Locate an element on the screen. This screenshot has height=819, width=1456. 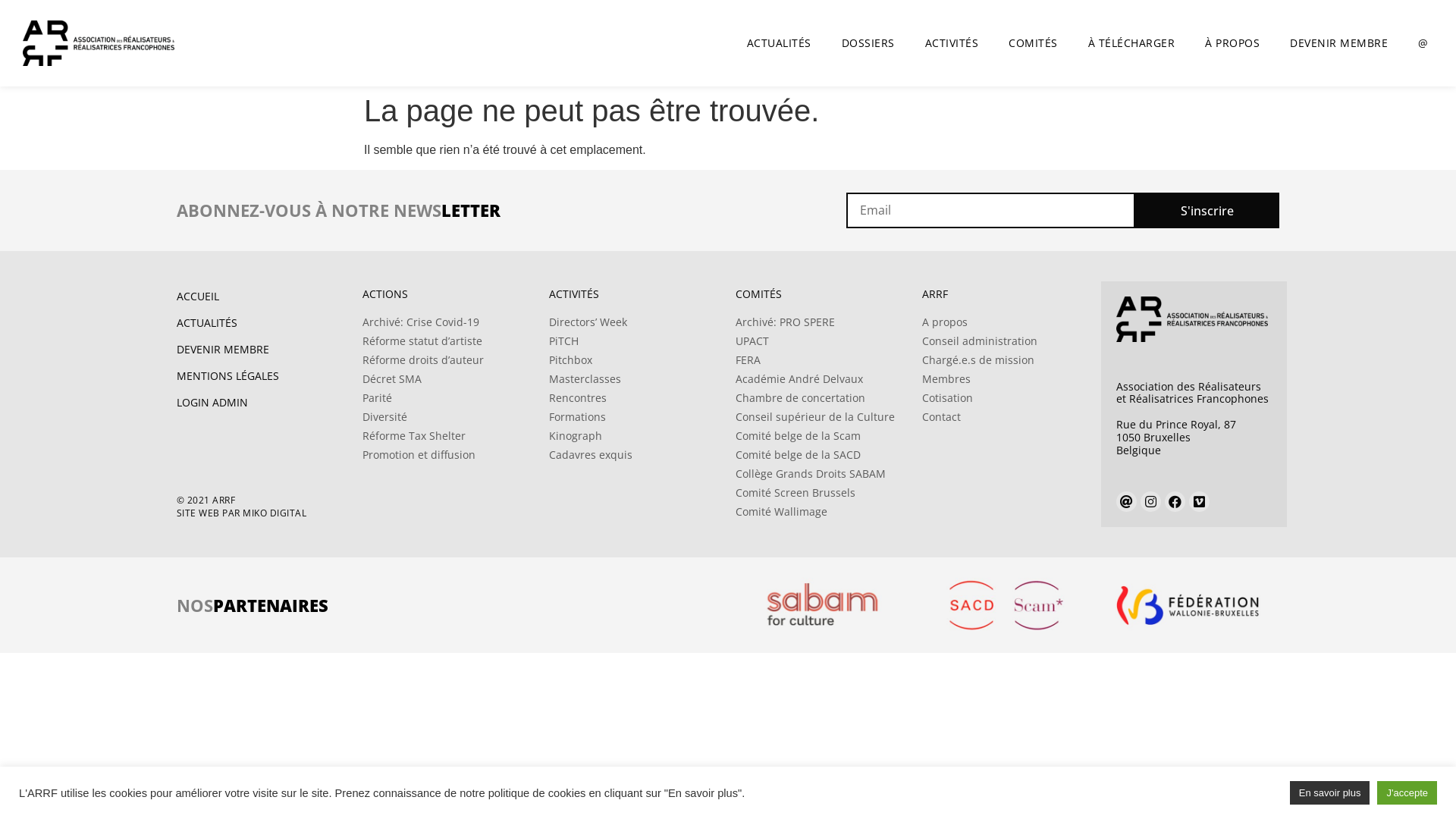
'Chambre de concertation' is located at coordinates (821, 397).